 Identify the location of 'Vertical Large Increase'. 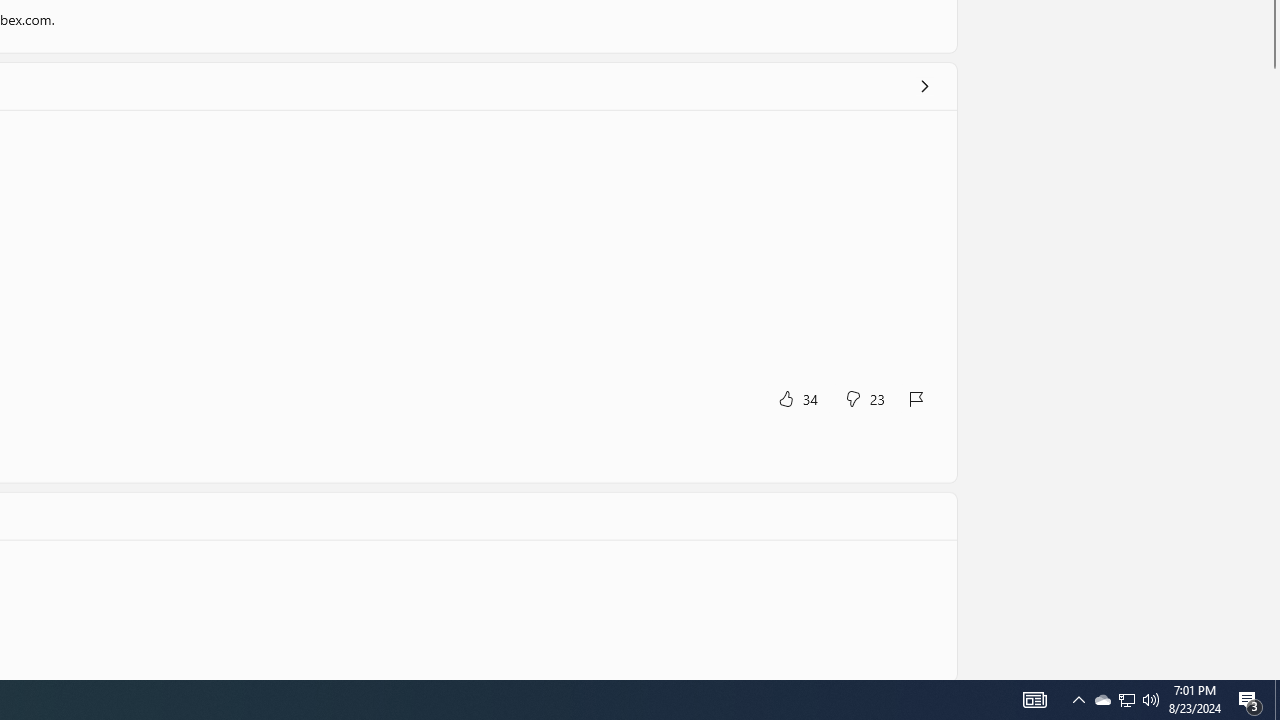
(1271, 369).